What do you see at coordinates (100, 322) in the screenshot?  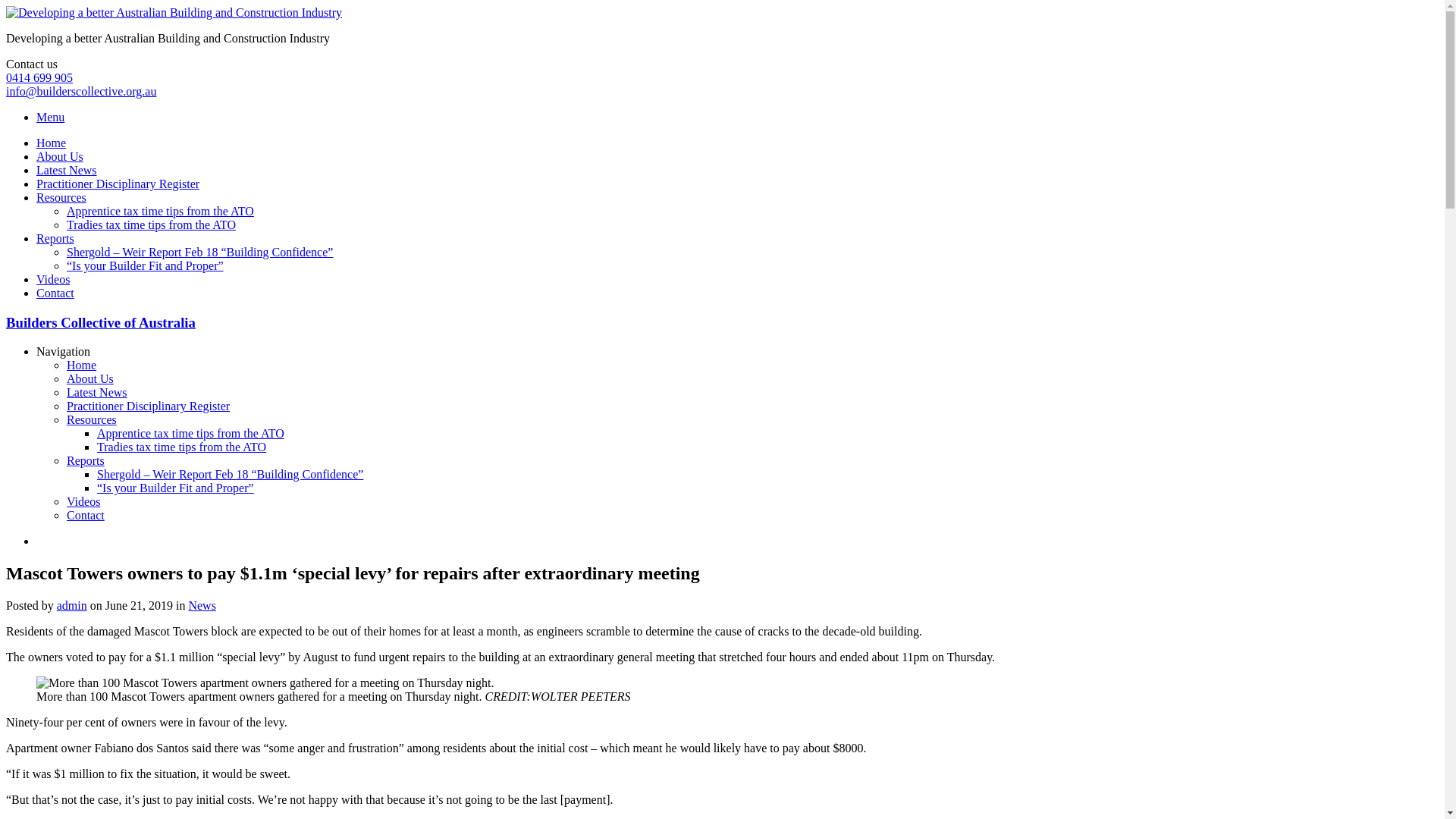 I see `'Builders Collective of Australia'` at bounding box center [100, 322].